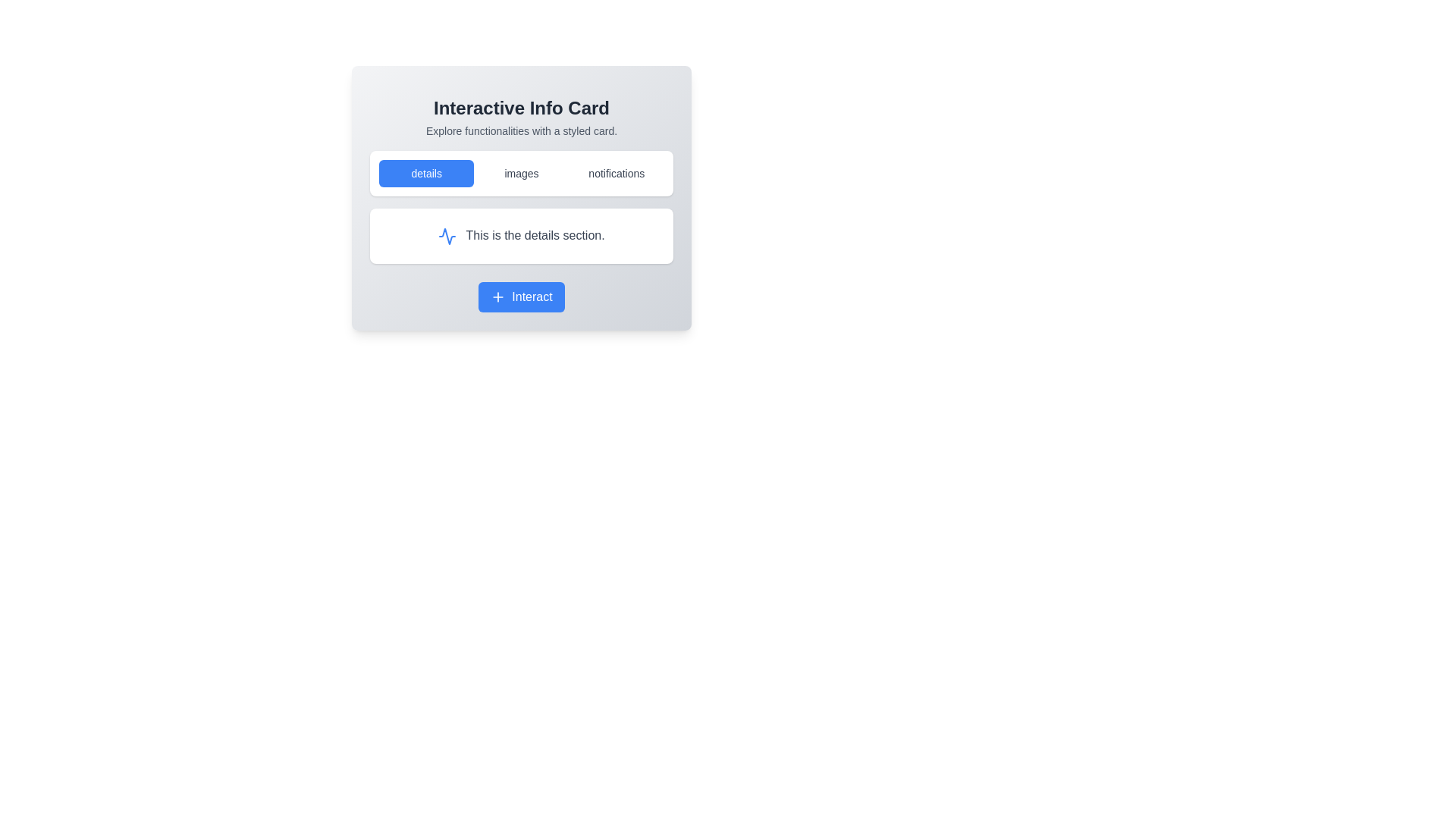  What do you see at coordinates (498, 296) in the screenshot?
I see `the '+' icon located inside the 'Interact' button, which has a blue background and is positioned at the bottom center of the interactive card component` at bounding box center [498, 296].